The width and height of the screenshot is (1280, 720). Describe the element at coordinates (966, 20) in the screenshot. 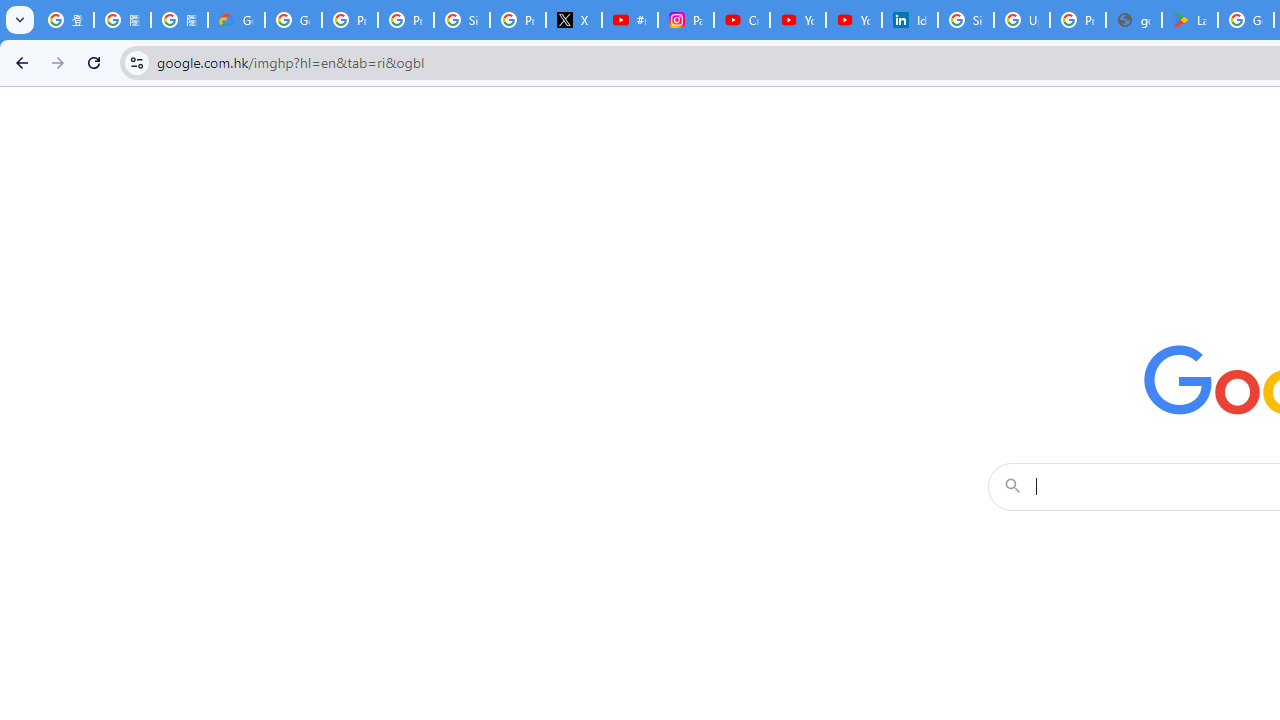

I see `'Sign in - Google Accounts'` at that location.